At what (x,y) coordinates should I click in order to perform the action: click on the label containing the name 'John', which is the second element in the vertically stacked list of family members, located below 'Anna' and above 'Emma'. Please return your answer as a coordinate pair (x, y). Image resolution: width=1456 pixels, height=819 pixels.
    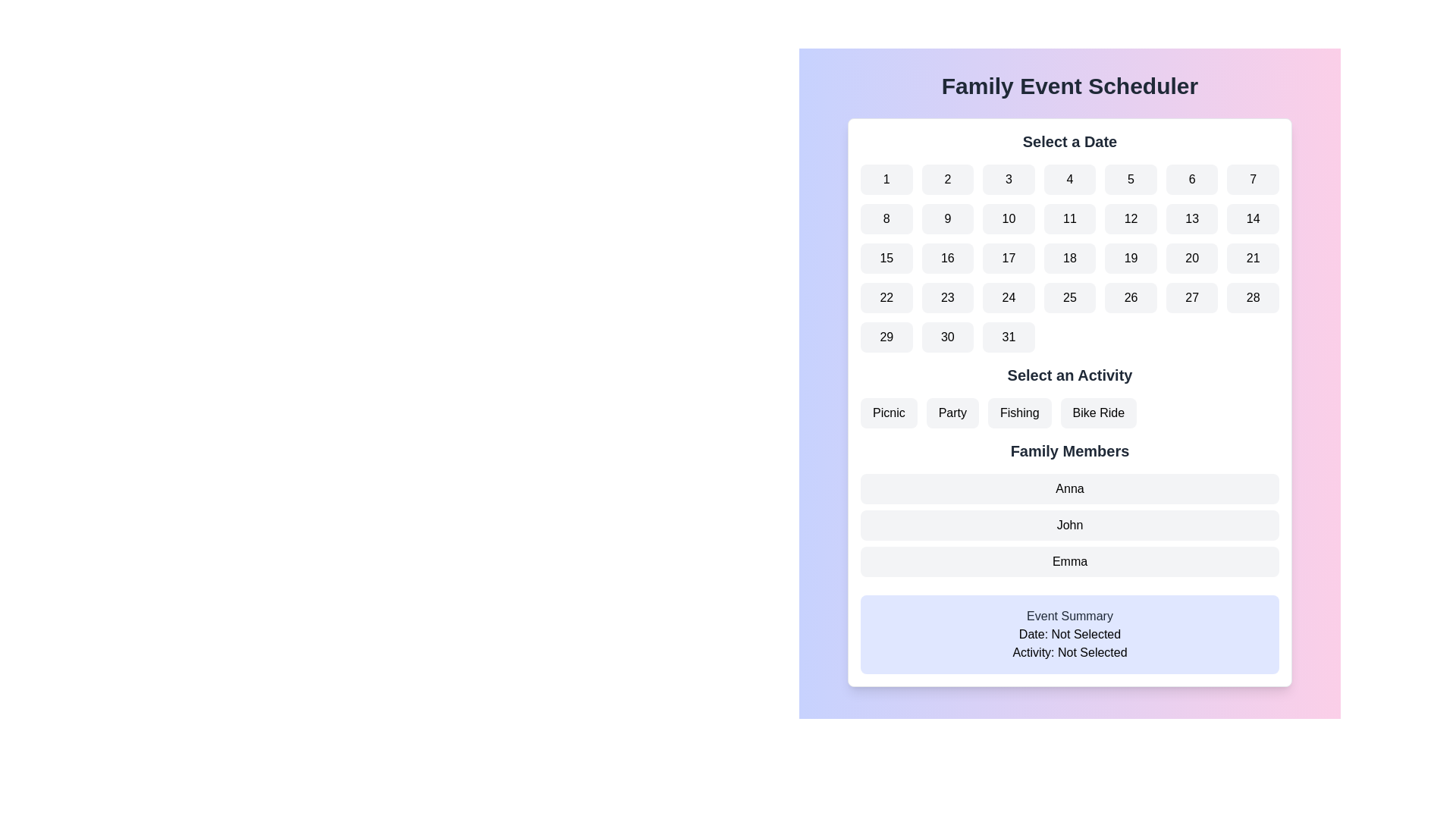
    Looking at the image, I should click on (1069, 525).